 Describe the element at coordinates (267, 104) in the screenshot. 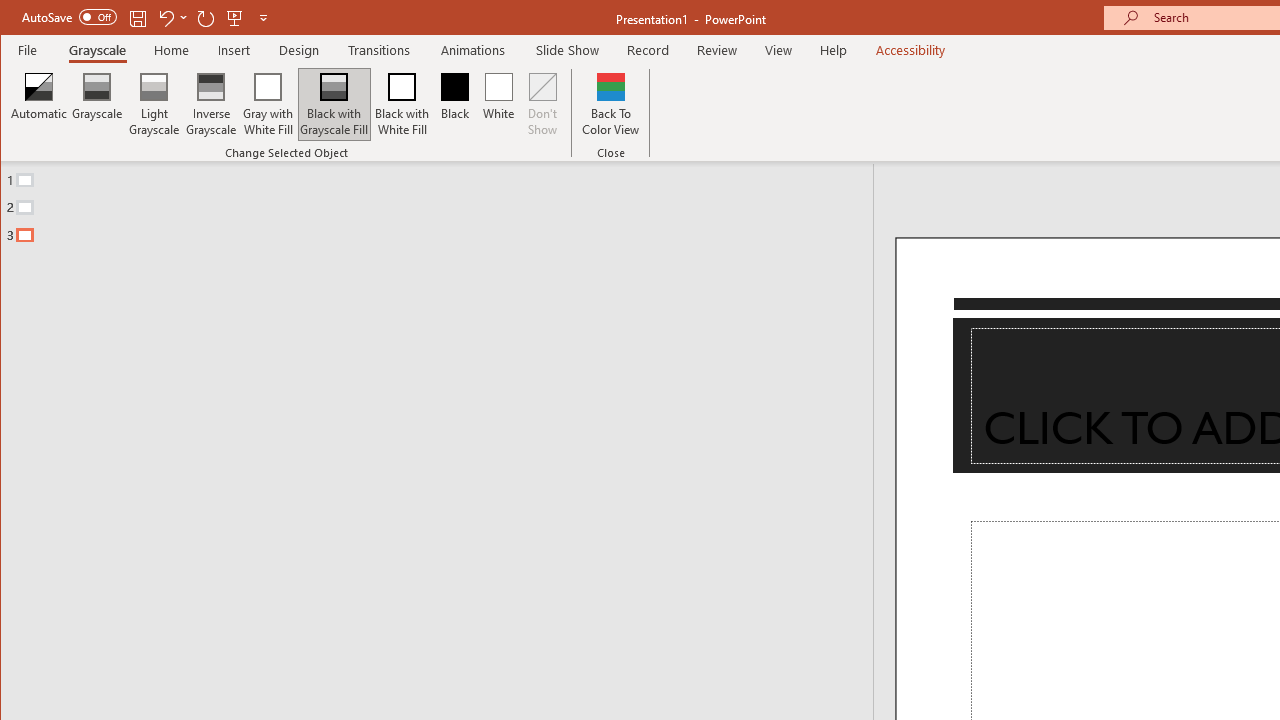

I see `'Gray with White Fill'` at that location.